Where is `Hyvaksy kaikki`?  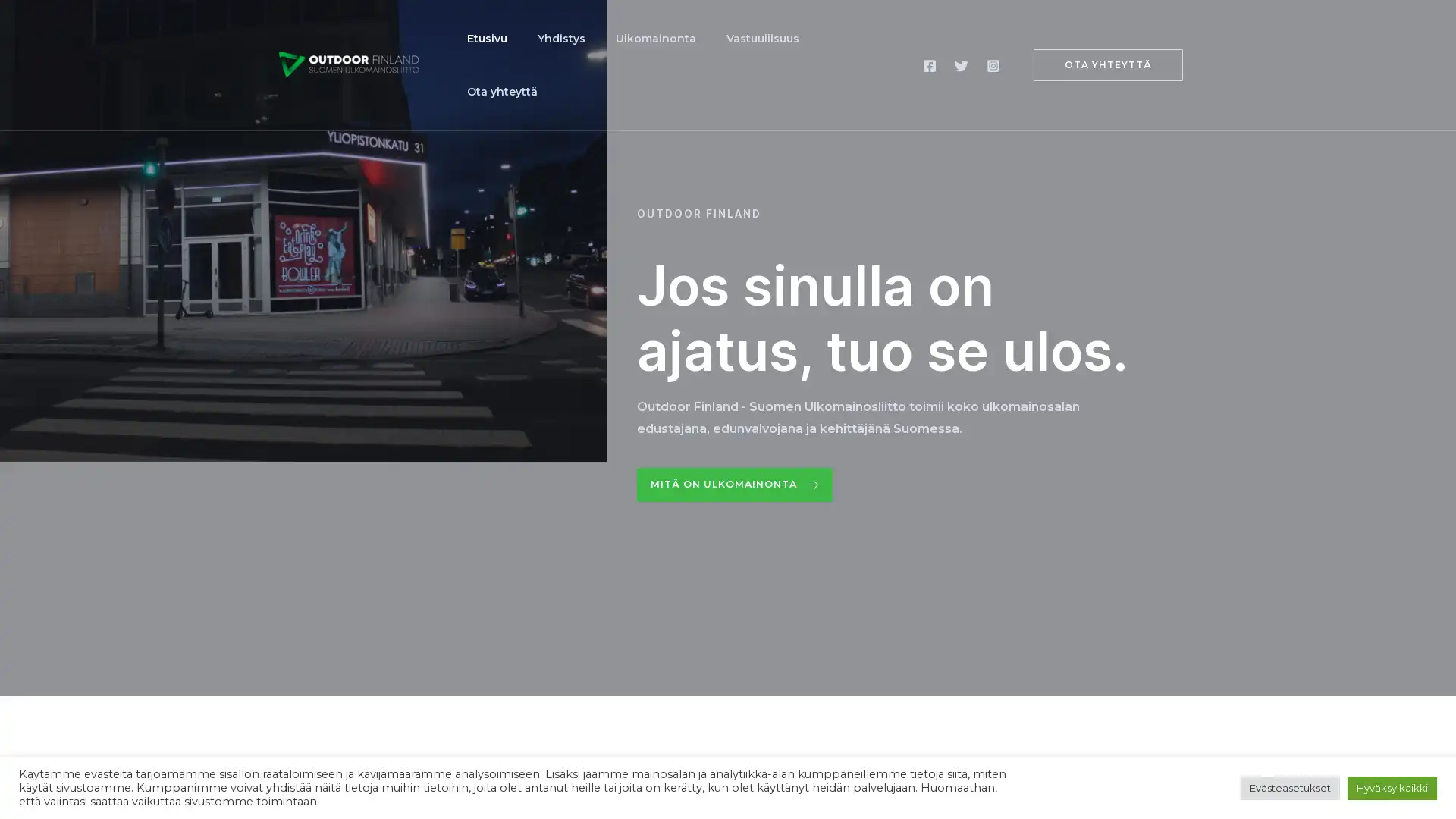 Hyvaksy kaikki is located at coordinates (1392, 786).